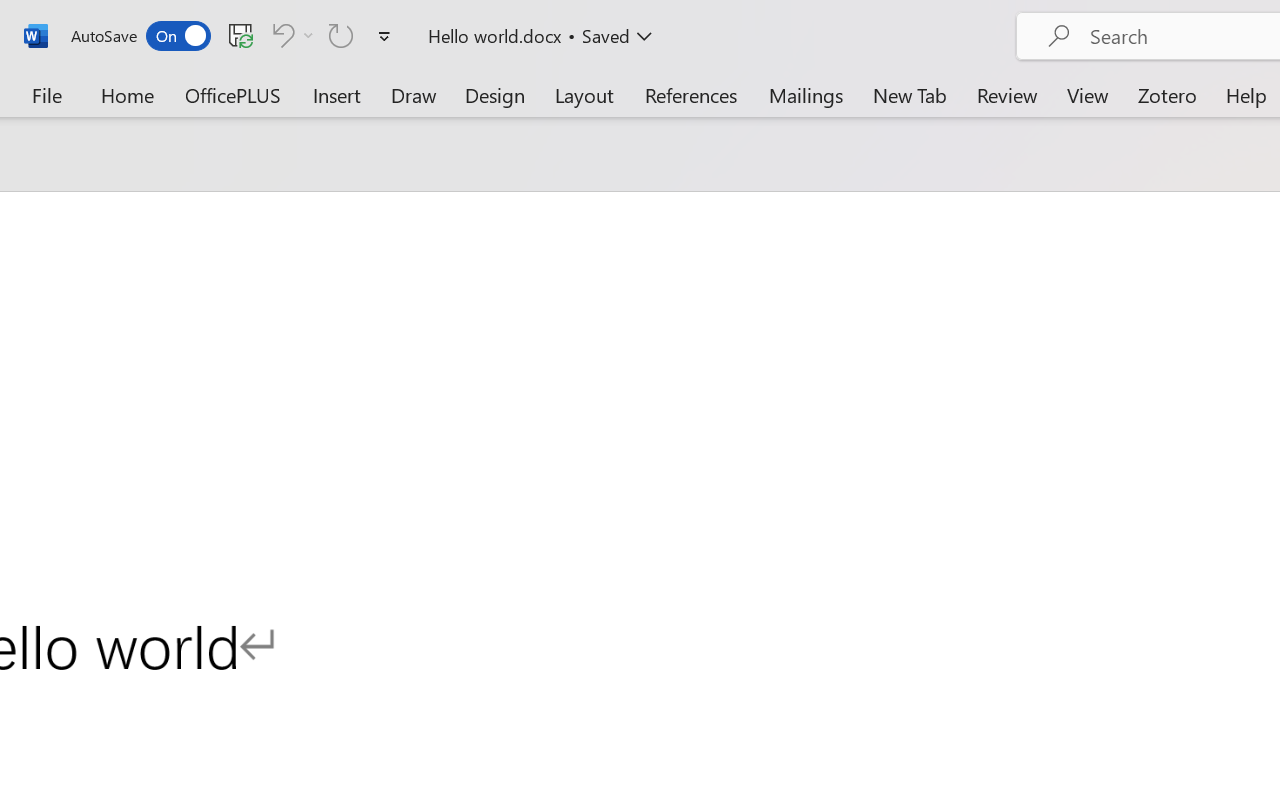 The width and height of the screenshot is (1280, 800). Describe the element at coordinates (806, 94) in the screenshot. I see `'Mailings'` at that location.